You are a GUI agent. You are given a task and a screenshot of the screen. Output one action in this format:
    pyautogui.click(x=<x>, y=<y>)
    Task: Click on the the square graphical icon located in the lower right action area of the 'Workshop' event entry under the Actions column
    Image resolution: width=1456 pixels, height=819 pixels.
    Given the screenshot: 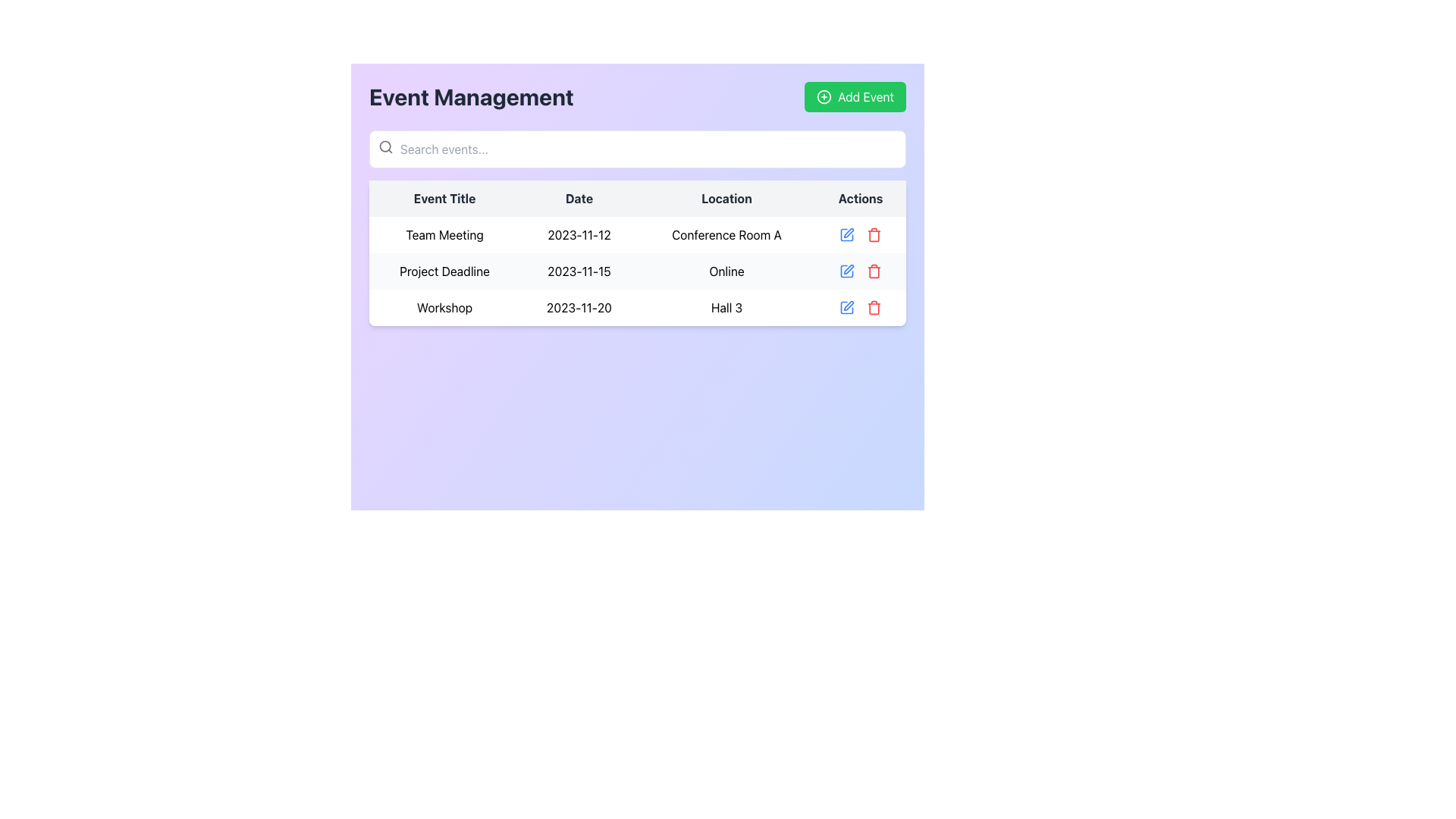 What is the action you would take?
    pyautogui.click(x=846, y=307)
    